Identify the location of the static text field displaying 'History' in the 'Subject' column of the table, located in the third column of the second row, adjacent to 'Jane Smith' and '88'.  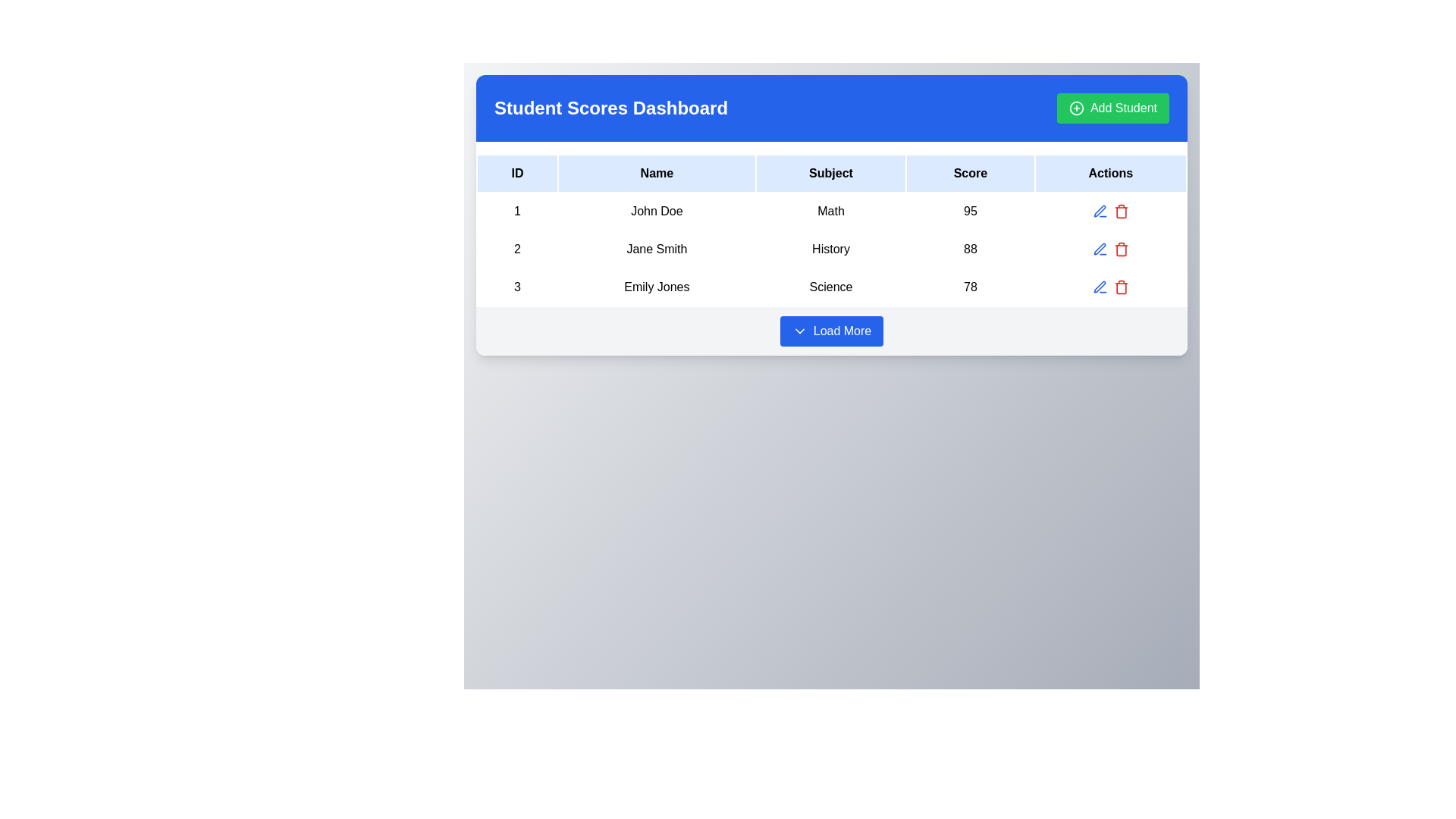
(830, 248).